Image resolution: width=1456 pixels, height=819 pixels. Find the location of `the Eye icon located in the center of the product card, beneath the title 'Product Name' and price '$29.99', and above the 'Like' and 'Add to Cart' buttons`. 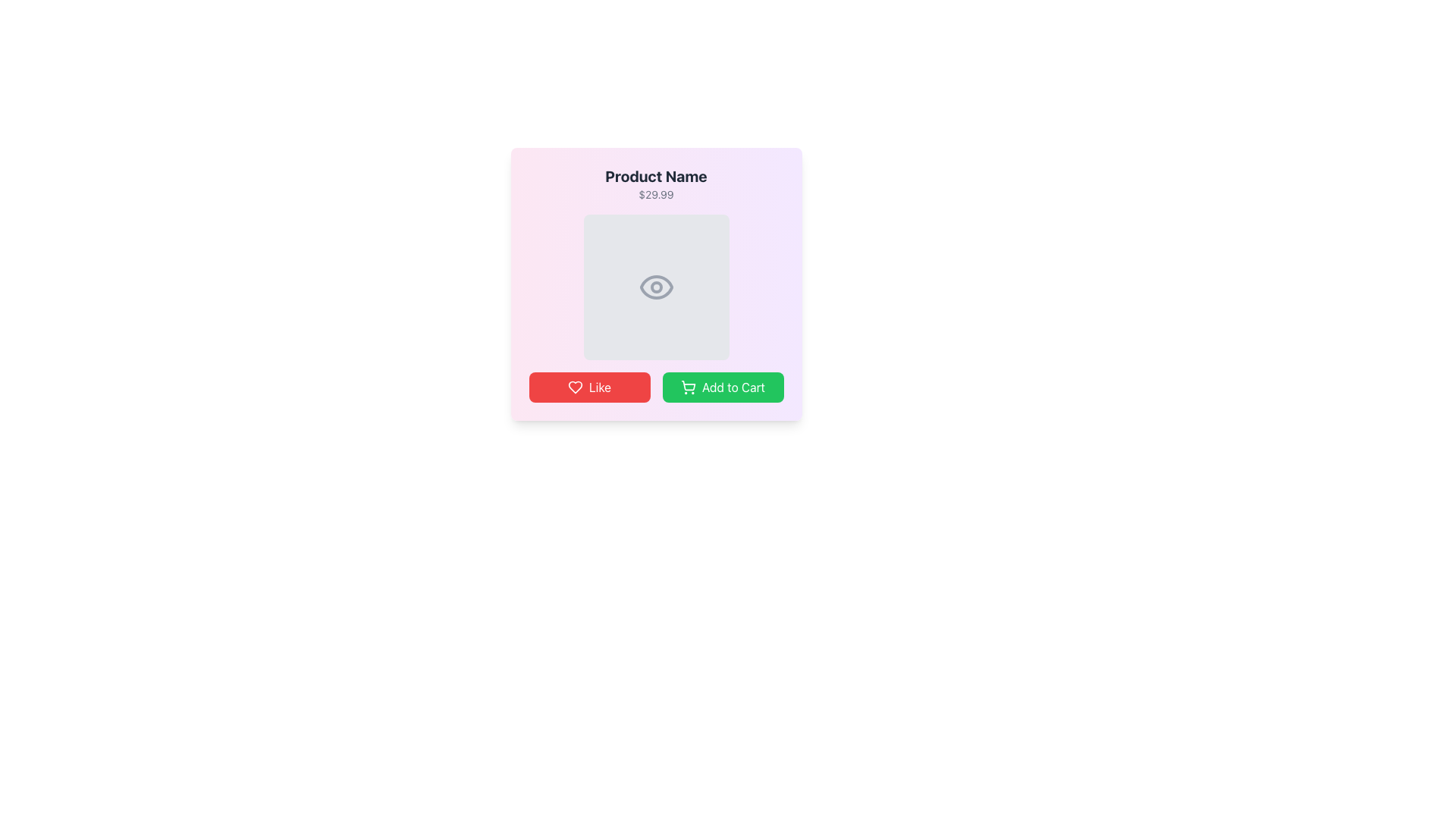

the Eye icon located in the center of the product card, beneath the title 'Product Name' and price '$29.99', and above the 'Like' and 'Add to Cart' buttons is located at coordinates (656, 287).